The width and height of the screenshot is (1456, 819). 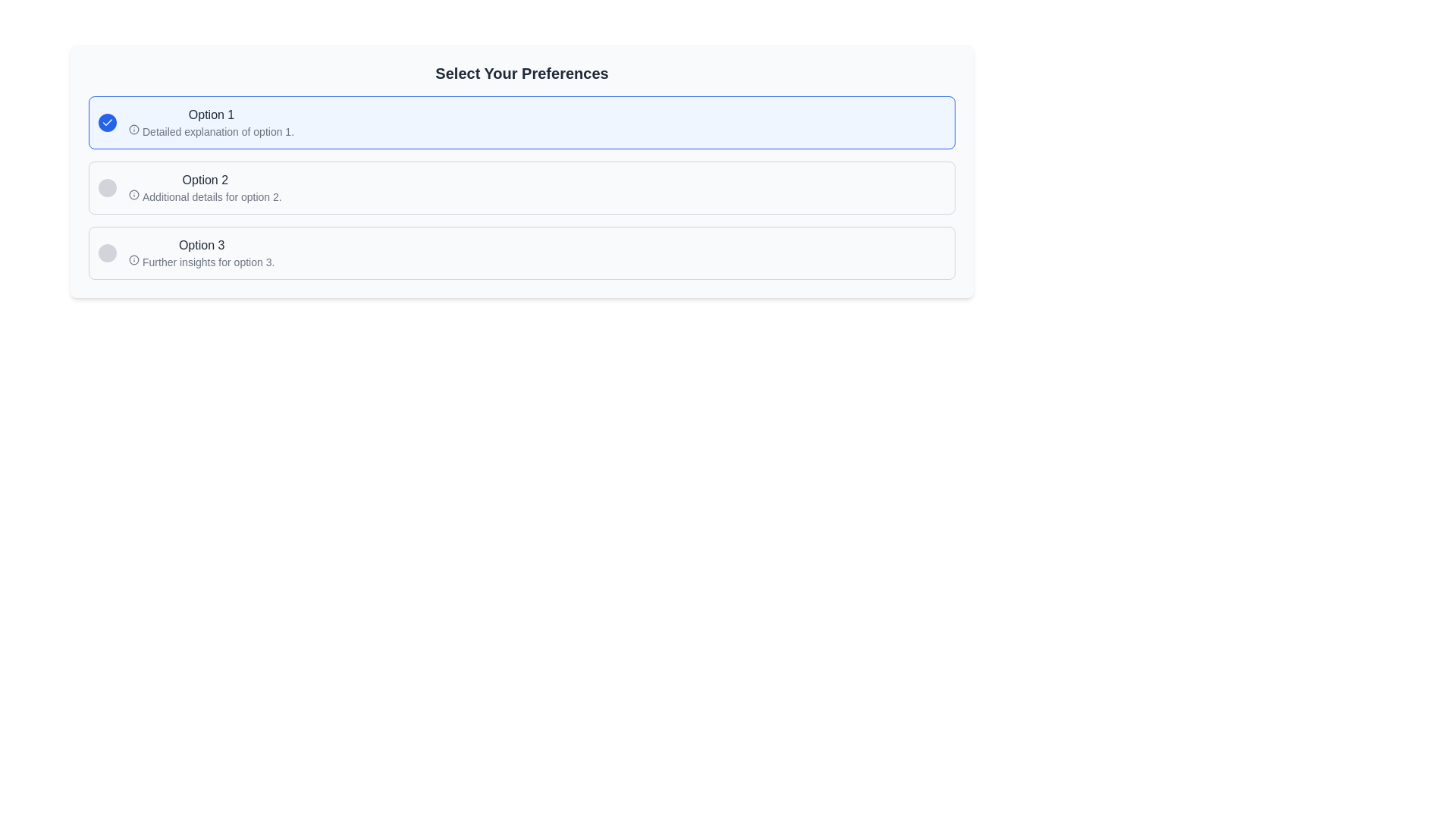 What do you see at coordinates (201, 245) in the screenshot?
I see `the text label that serves as the title for the third option in the selectable list, located above the supplementary details for 'Option 3'` at bounding box center [201, 245].